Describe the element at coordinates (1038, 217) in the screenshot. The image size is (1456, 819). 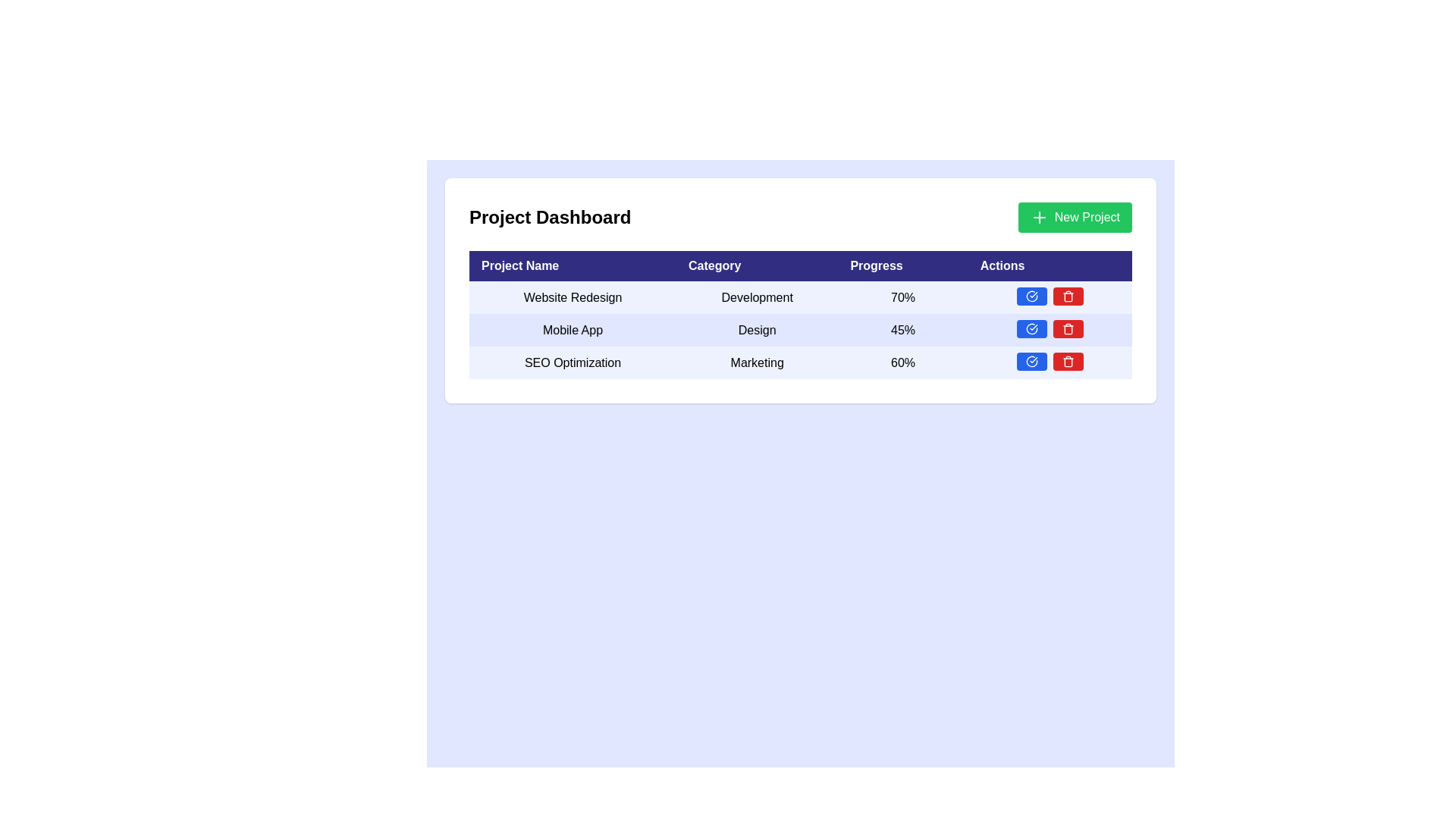
I see `the '+' icon with a green background located within the 'New Project' button in the upper-right corner of the main interface to invoke its action` at that location.